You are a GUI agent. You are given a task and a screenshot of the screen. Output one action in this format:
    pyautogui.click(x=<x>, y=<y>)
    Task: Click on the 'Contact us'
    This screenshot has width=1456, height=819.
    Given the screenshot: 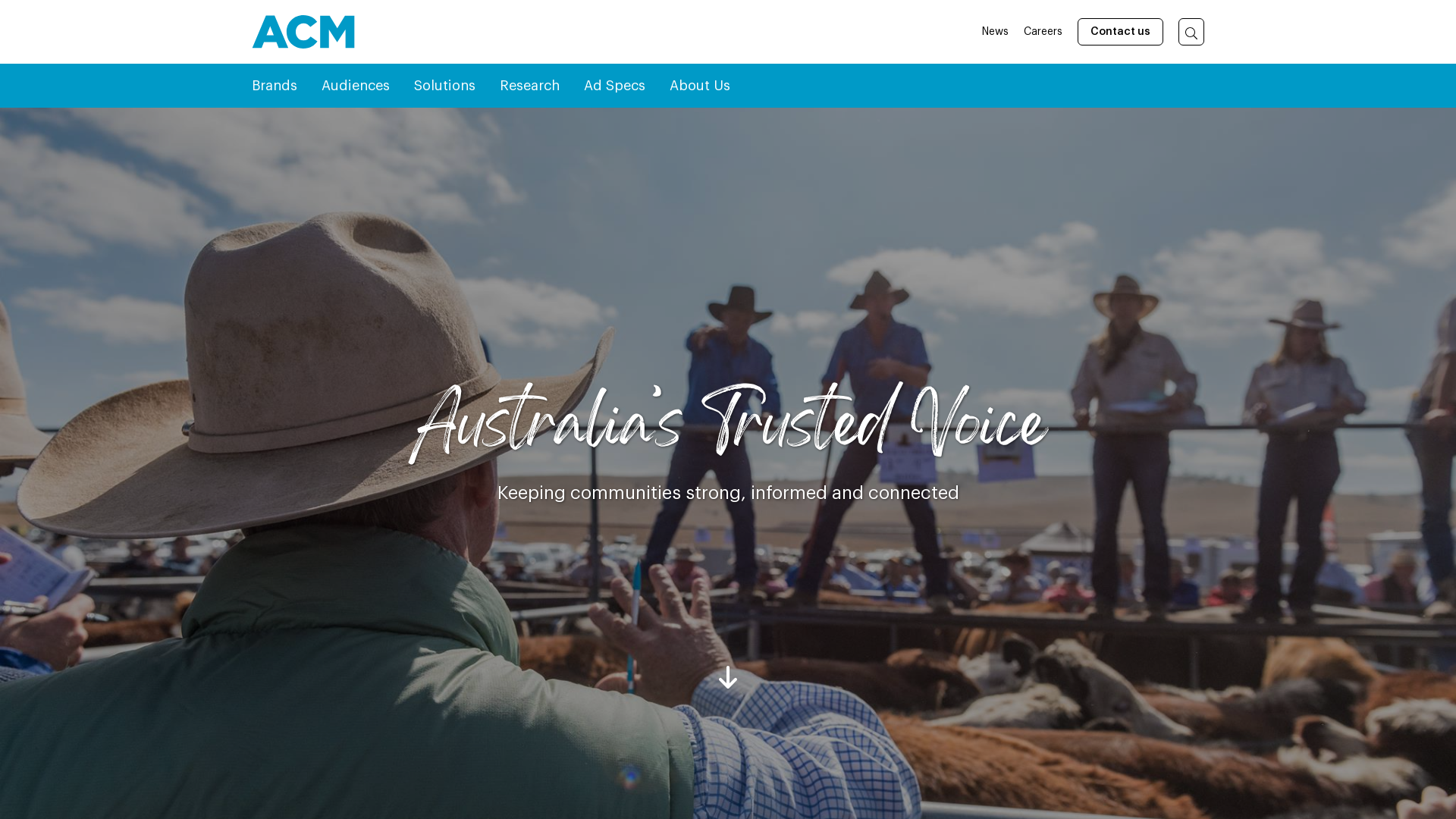 What is the action you would take?
    pyautogui.click(x=1120, y=32)
    